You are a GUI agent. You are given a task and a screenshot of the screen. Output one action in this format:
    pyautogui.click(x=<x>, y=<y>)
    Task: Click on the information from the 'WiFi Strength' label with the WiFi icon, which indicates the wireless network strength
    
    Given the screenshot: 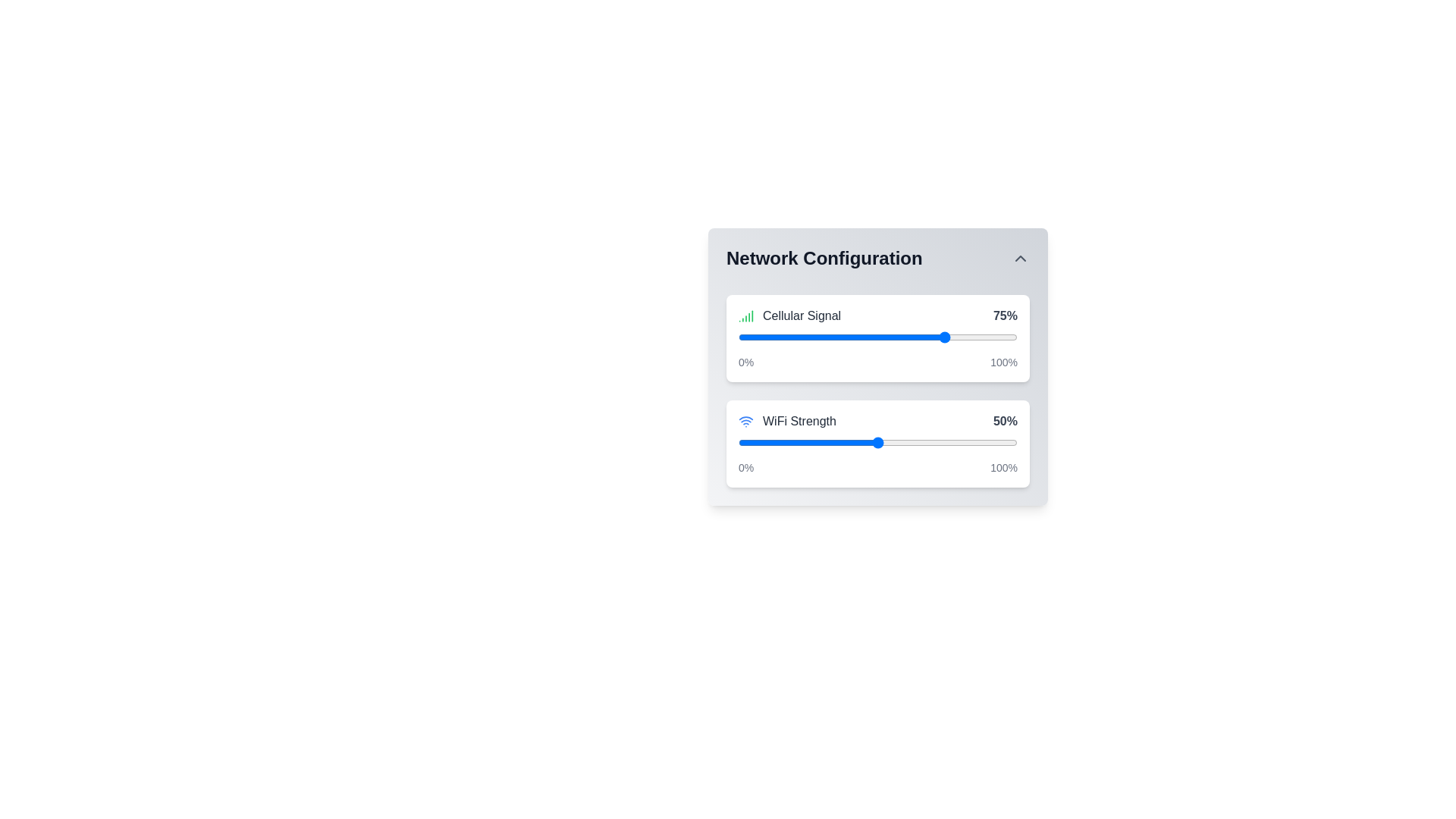 What is the action you would take?
    pyautogui.click(x=787, y=421)
    